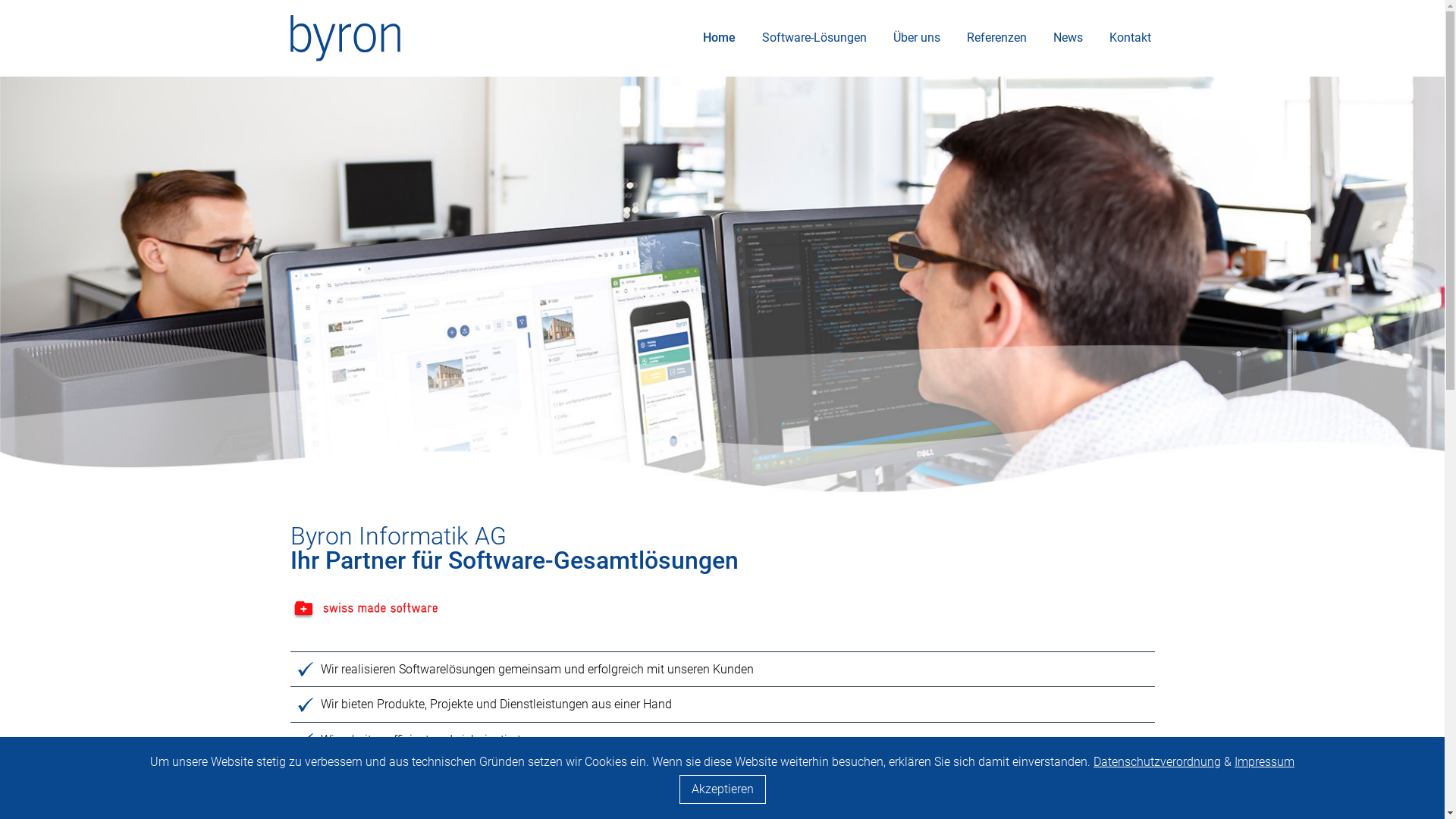  Describe the element at coordinates (1264, 761) in the screenshot. I see `'Impressum'` at that location.